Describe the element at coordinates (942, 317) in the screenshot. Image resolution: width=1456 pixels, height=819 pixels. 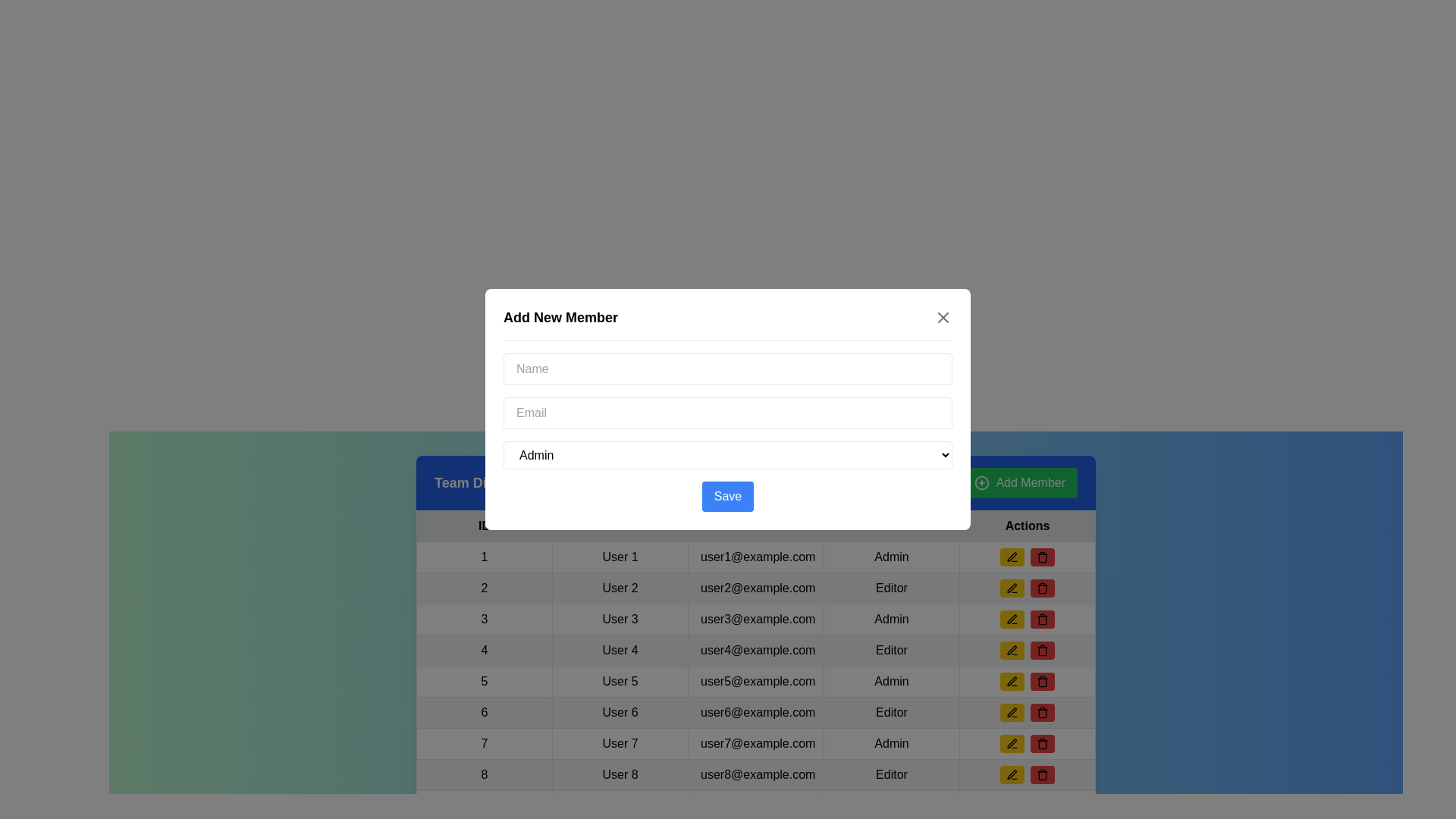
I see `the Close button located at the top-right corner of the 'Add New Member' modal dialog, which is represented by an SVG graphic resembling a diagonal cross` at that location.